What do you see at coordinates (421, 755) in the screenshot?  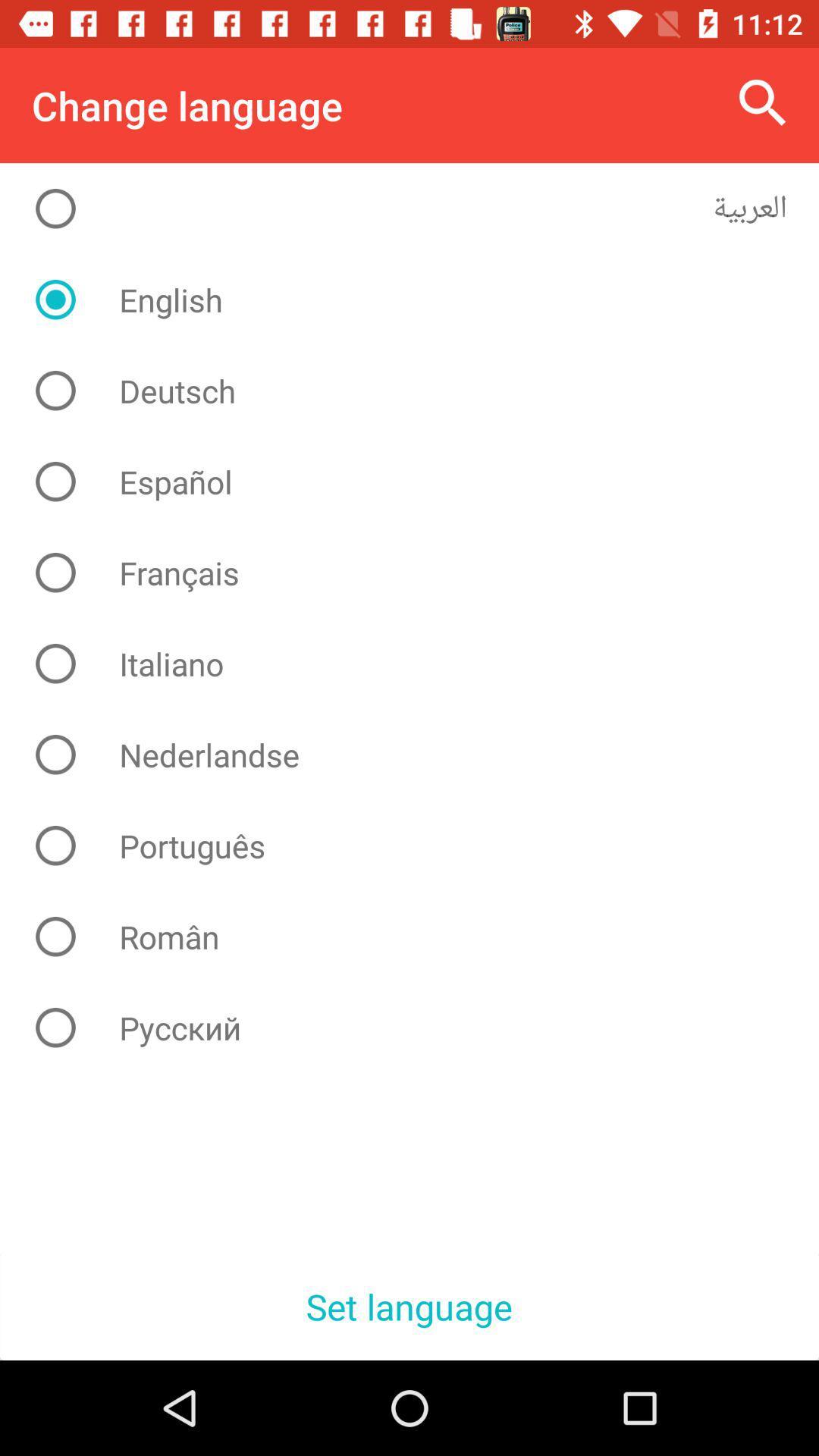 I see `the nederlandse icon` at bounding box center [421, 755].